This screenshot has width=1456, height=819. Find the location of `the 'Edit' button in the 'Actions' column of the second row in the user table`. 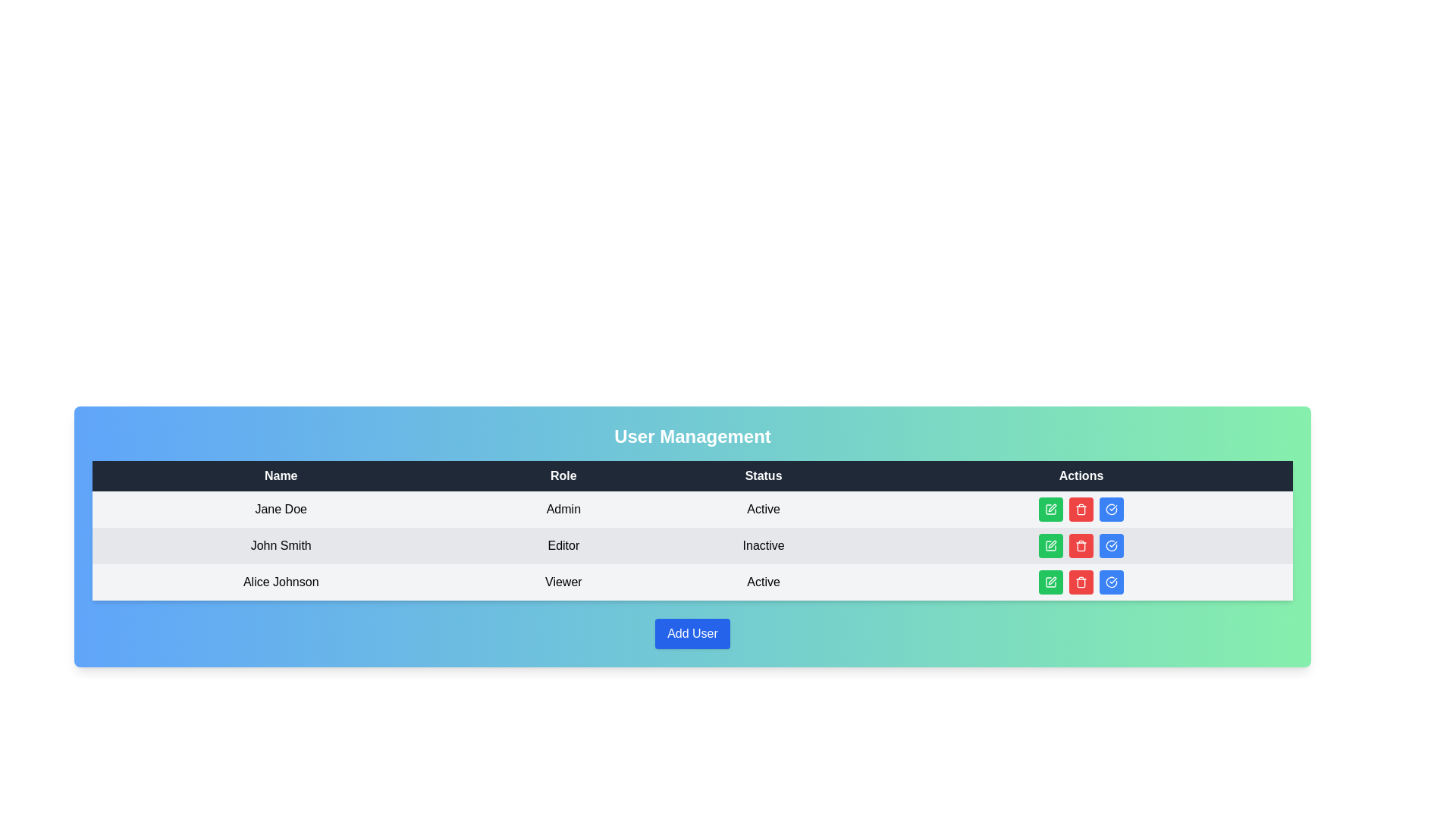

the 'Edit' button in the 'Actions' column of the second row in the user table is located at coordinates (1050, 546).